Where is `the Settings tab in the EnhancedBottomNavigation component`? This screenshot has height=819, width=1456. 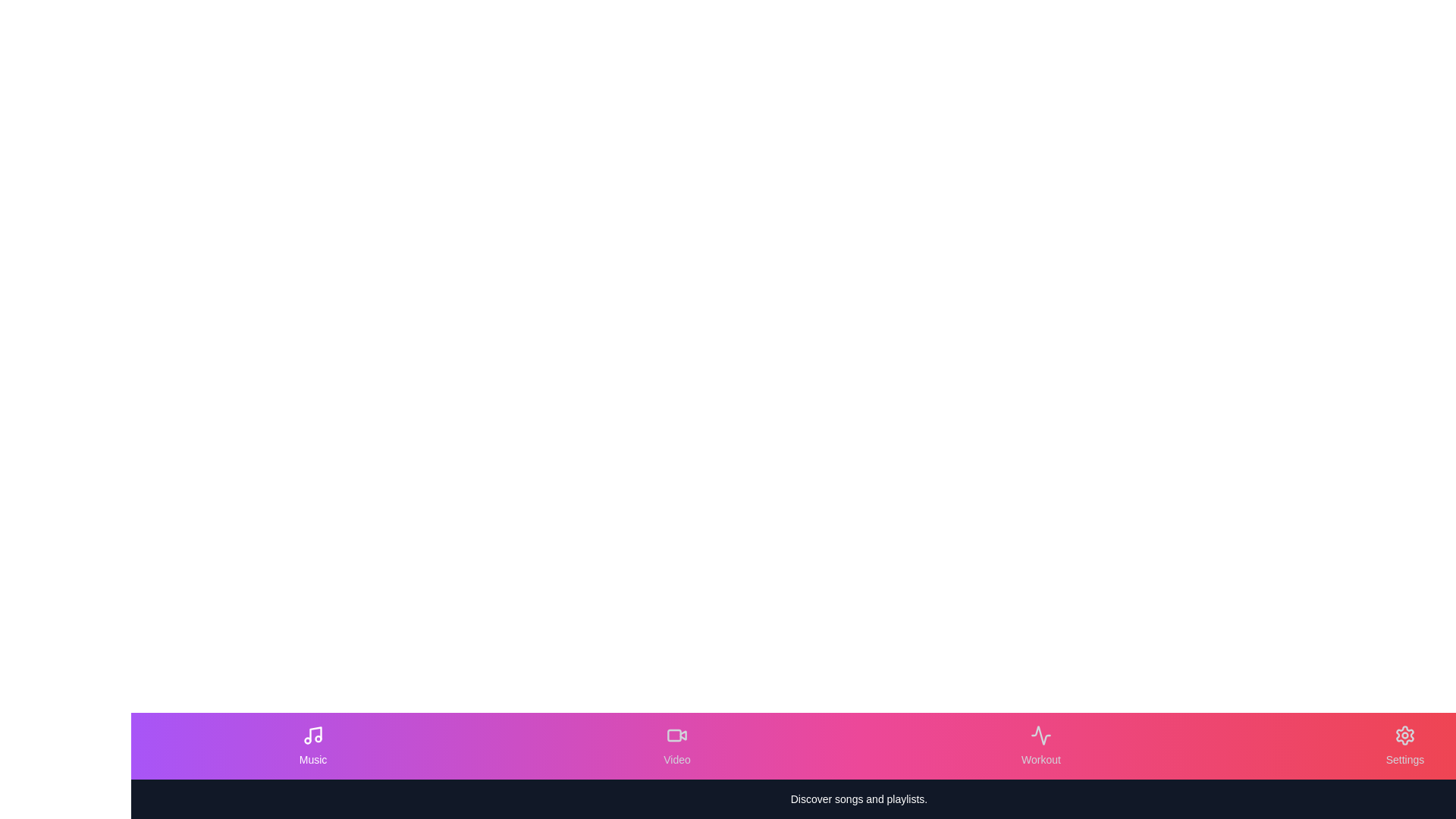 the Settings tab in the EnhancedBottomNavigation component is located at coordinates (1404, 745).